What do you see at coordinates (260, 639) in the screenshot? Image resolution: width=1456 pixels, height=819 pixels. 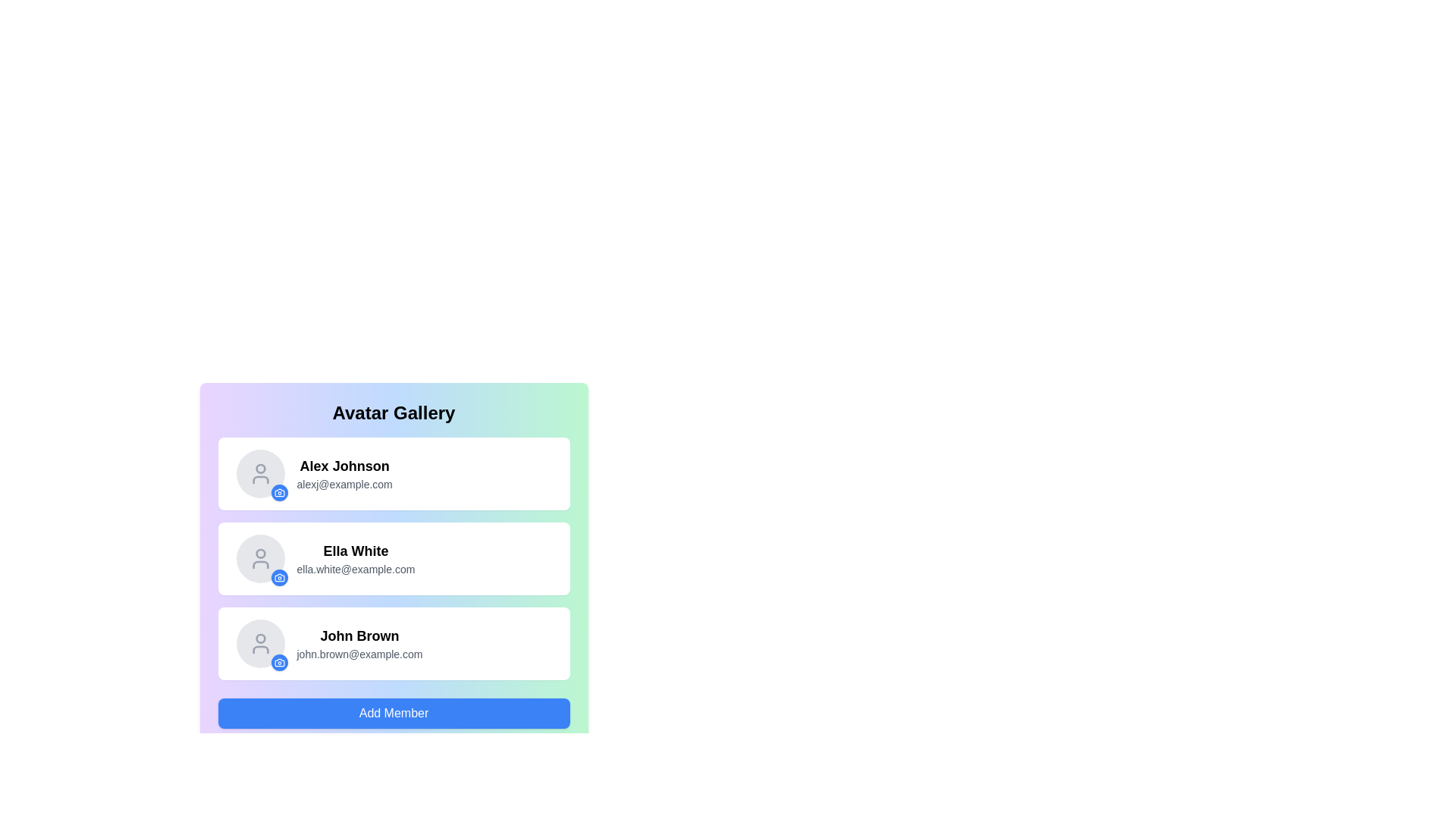 I see `the SVG Circle icon representing the user profile picture for 'John Brown' located in the top-left section of the user profile image` at bounding box center [260, 639].